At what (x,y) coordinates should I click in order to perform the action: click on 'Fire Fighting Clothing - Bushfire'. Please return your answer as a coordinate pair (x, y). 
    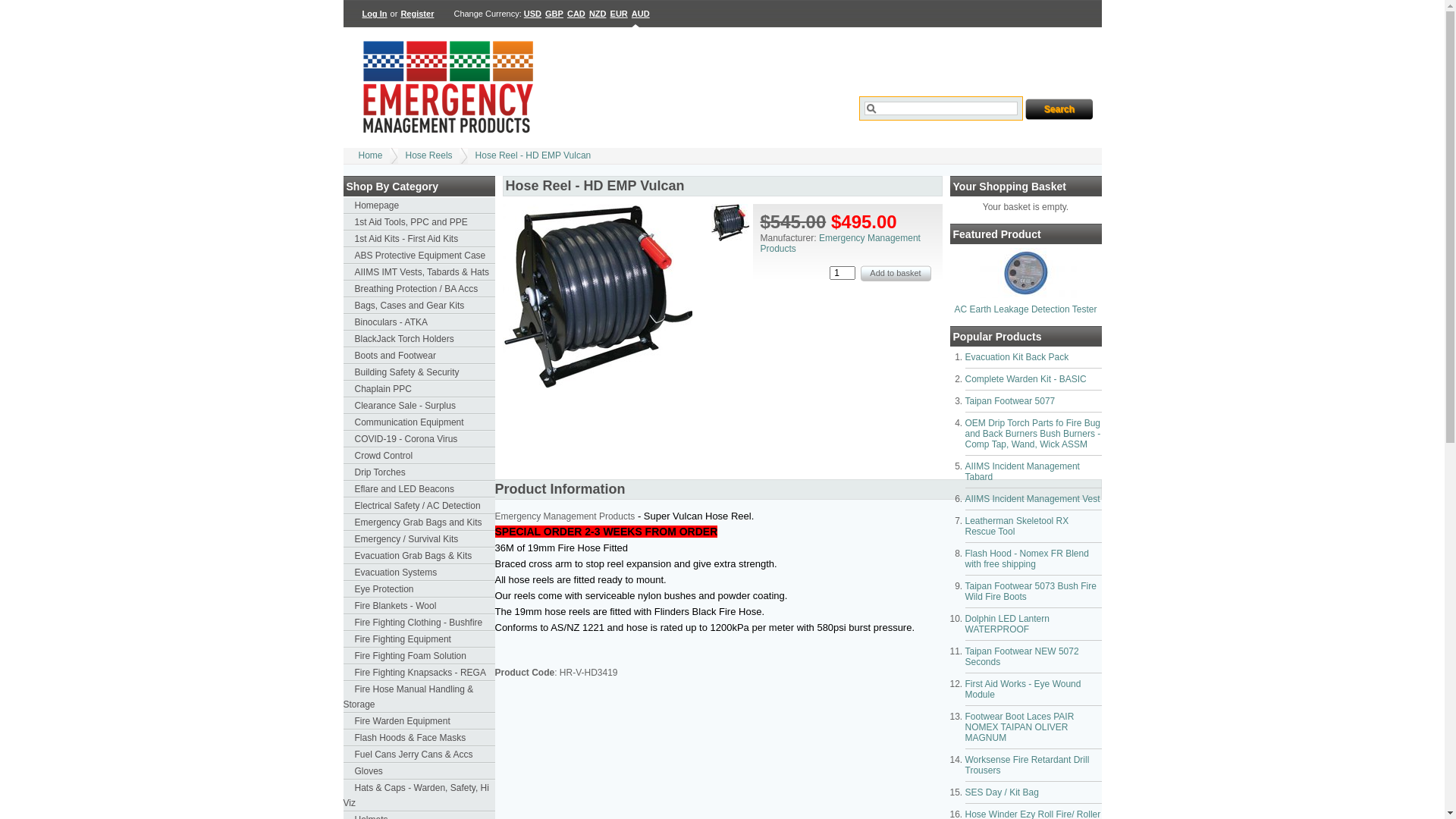
    Looking at the image, I should click on (419, 623).